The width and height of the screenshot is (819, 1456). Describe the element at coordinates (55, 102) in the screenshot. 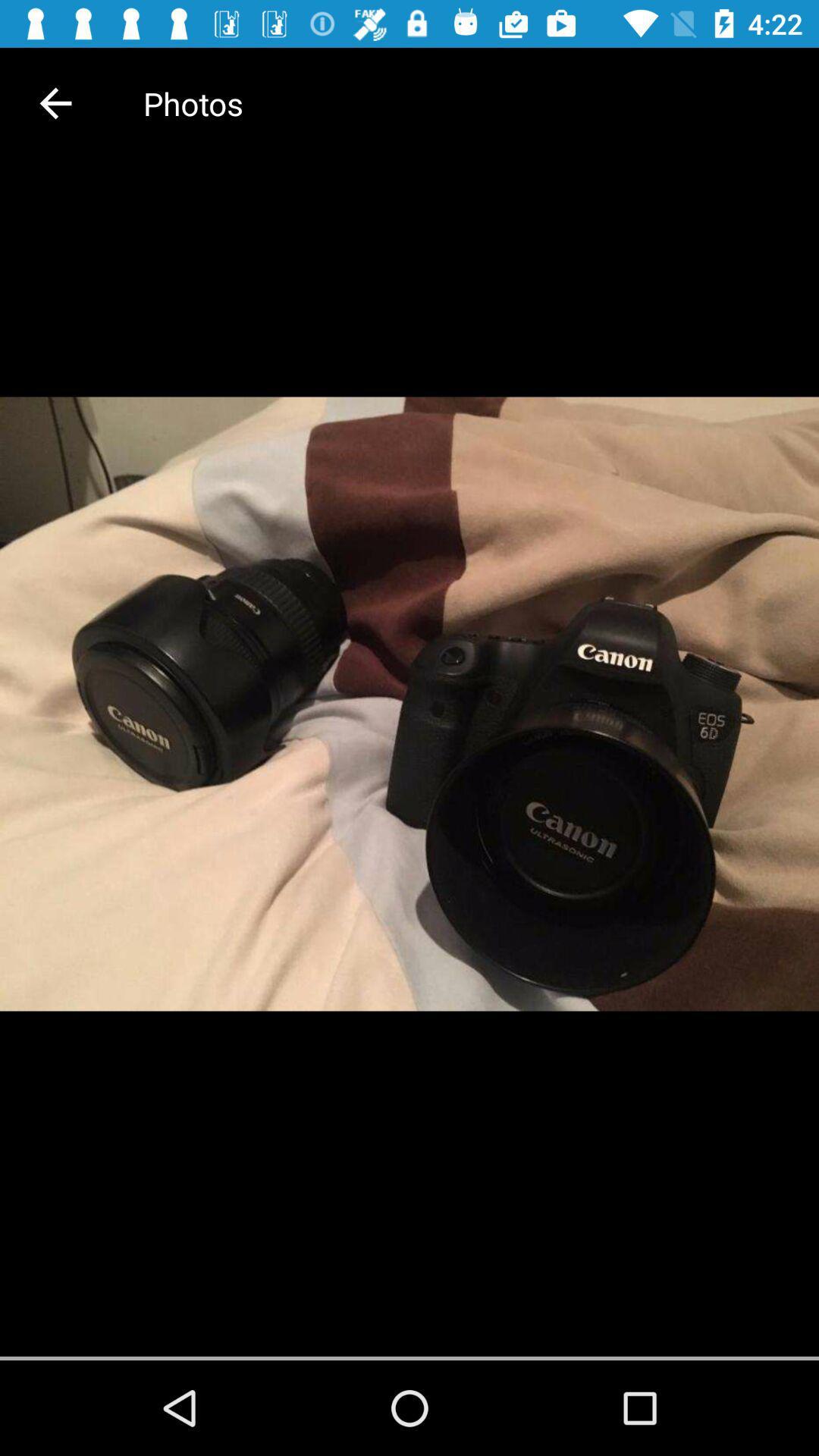

I see `app to the left of photos item` at that location.